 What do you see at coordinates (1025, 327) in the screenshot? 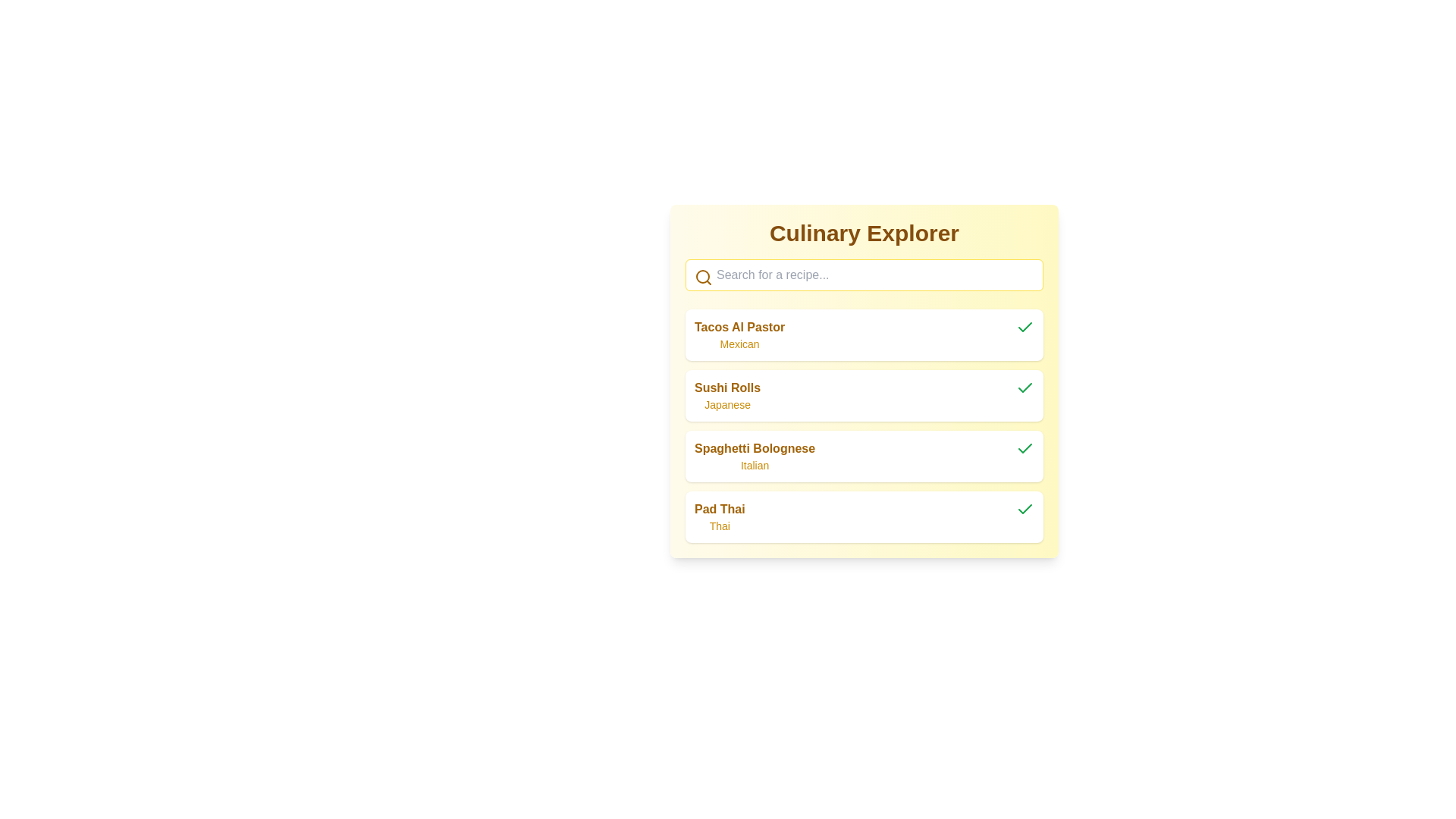
I see `the status indicator icon for 'Tacos Al Pastor' located in the upper right corner of its card to initiate potential interactions` at bounding box center [1025, 327].